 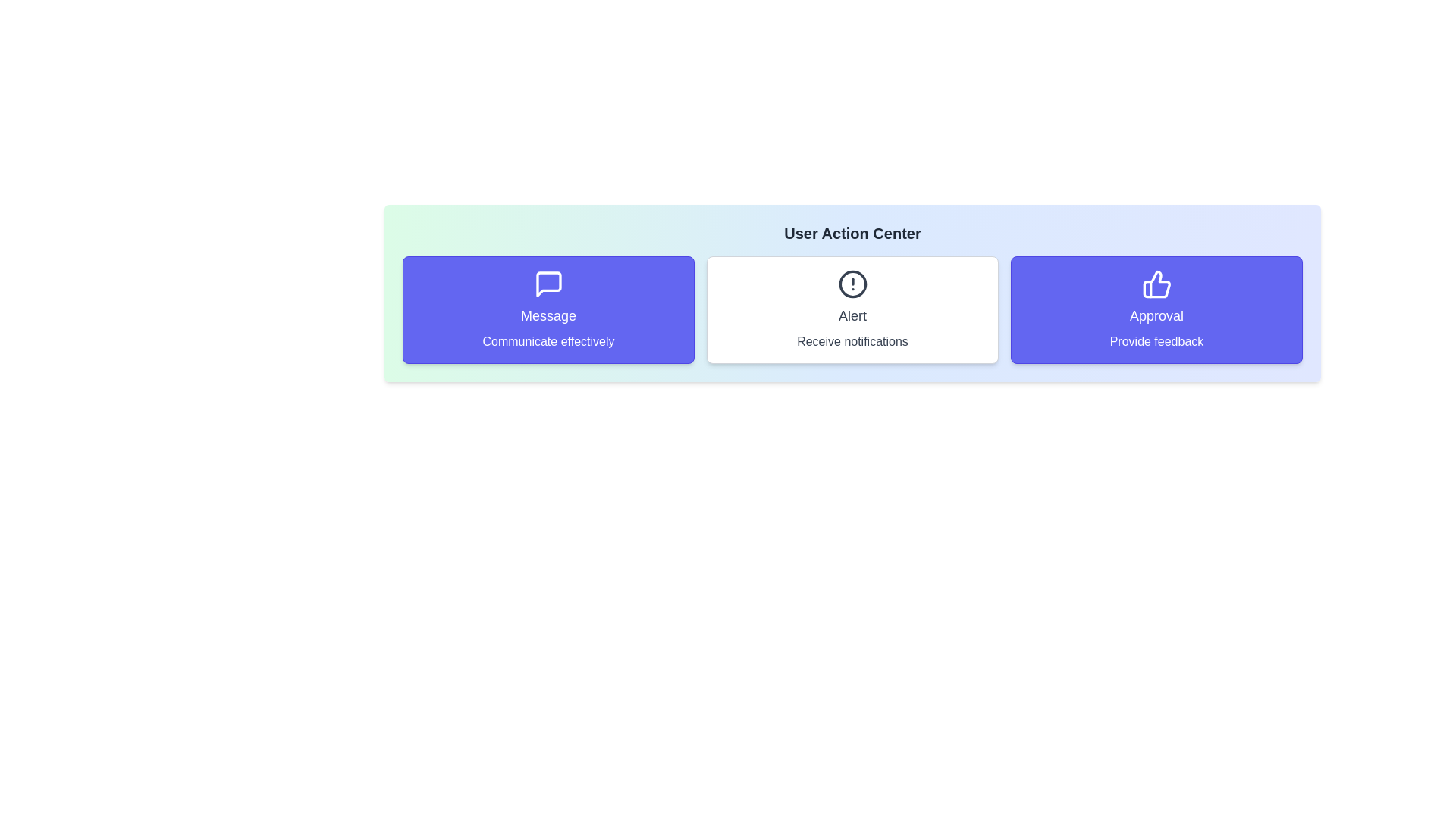 I want to click on the action card corresponding to Approval, so click(x=1156, y=309).